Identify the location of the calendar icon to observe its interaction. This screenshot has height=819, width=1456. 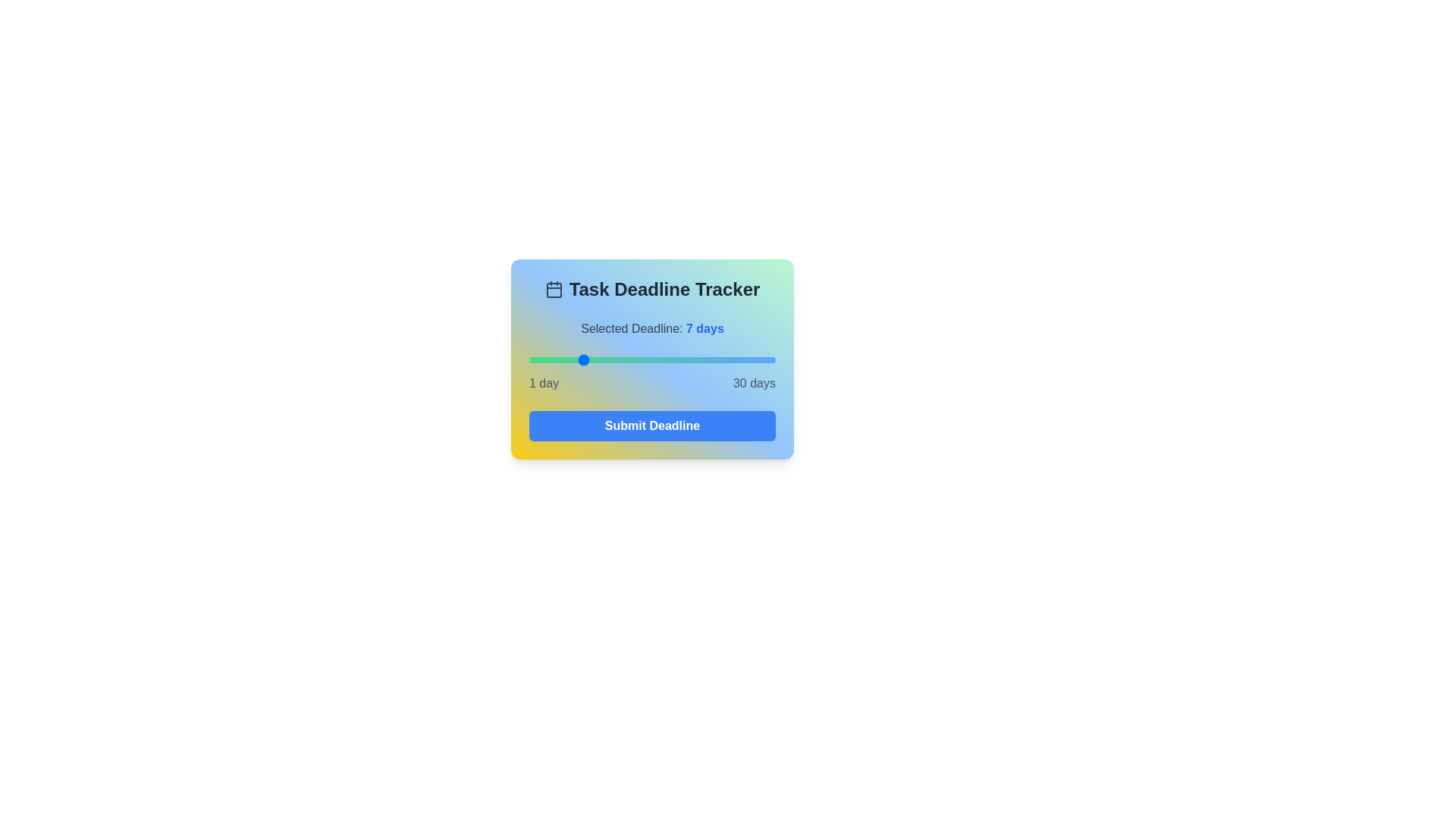
(552, 289).